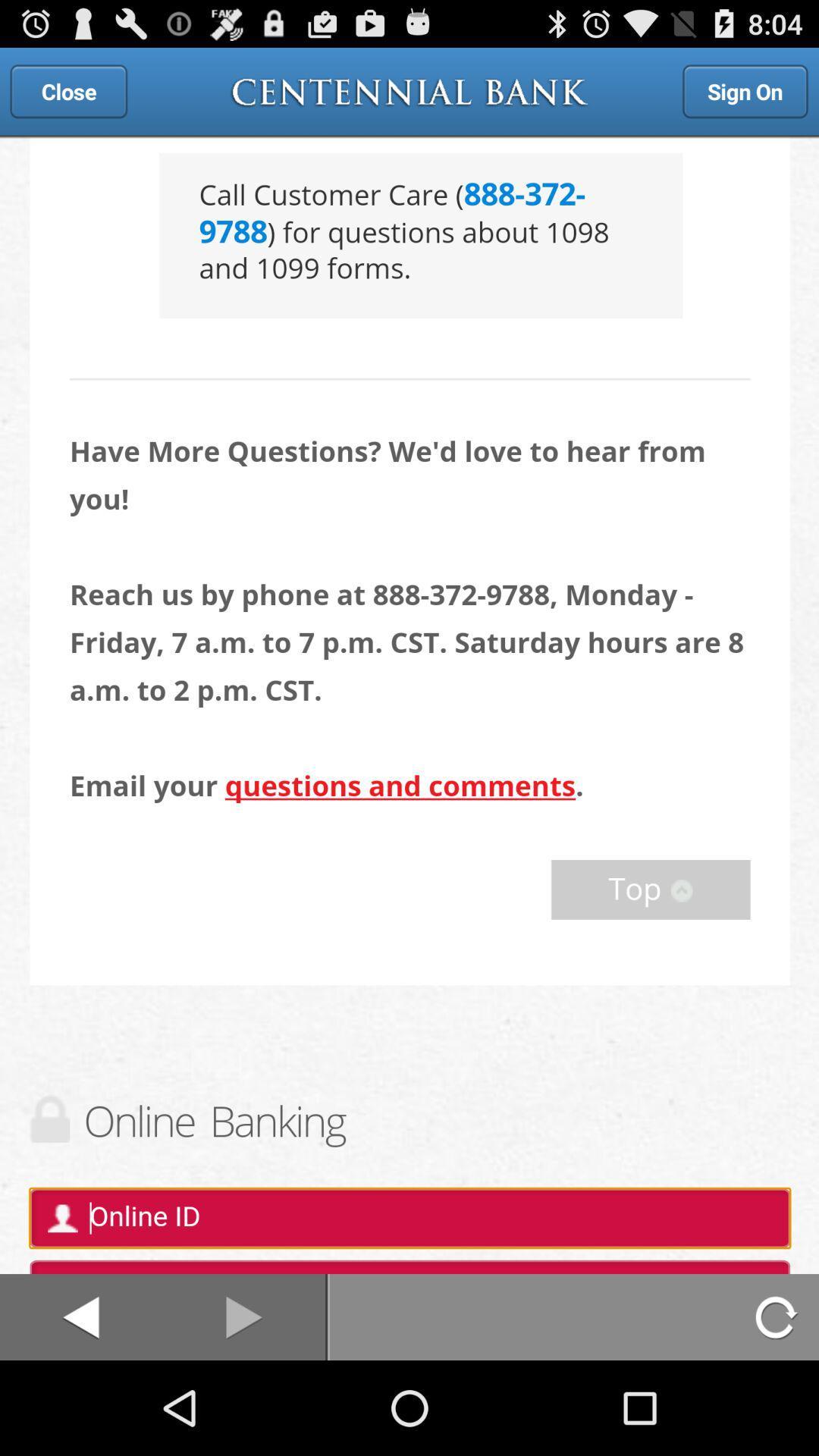 The height and width of the screenshot is (1456, 819). Describe the element at coordinates (409, 90) in the screenshot. I see `text beside close button` at that location.